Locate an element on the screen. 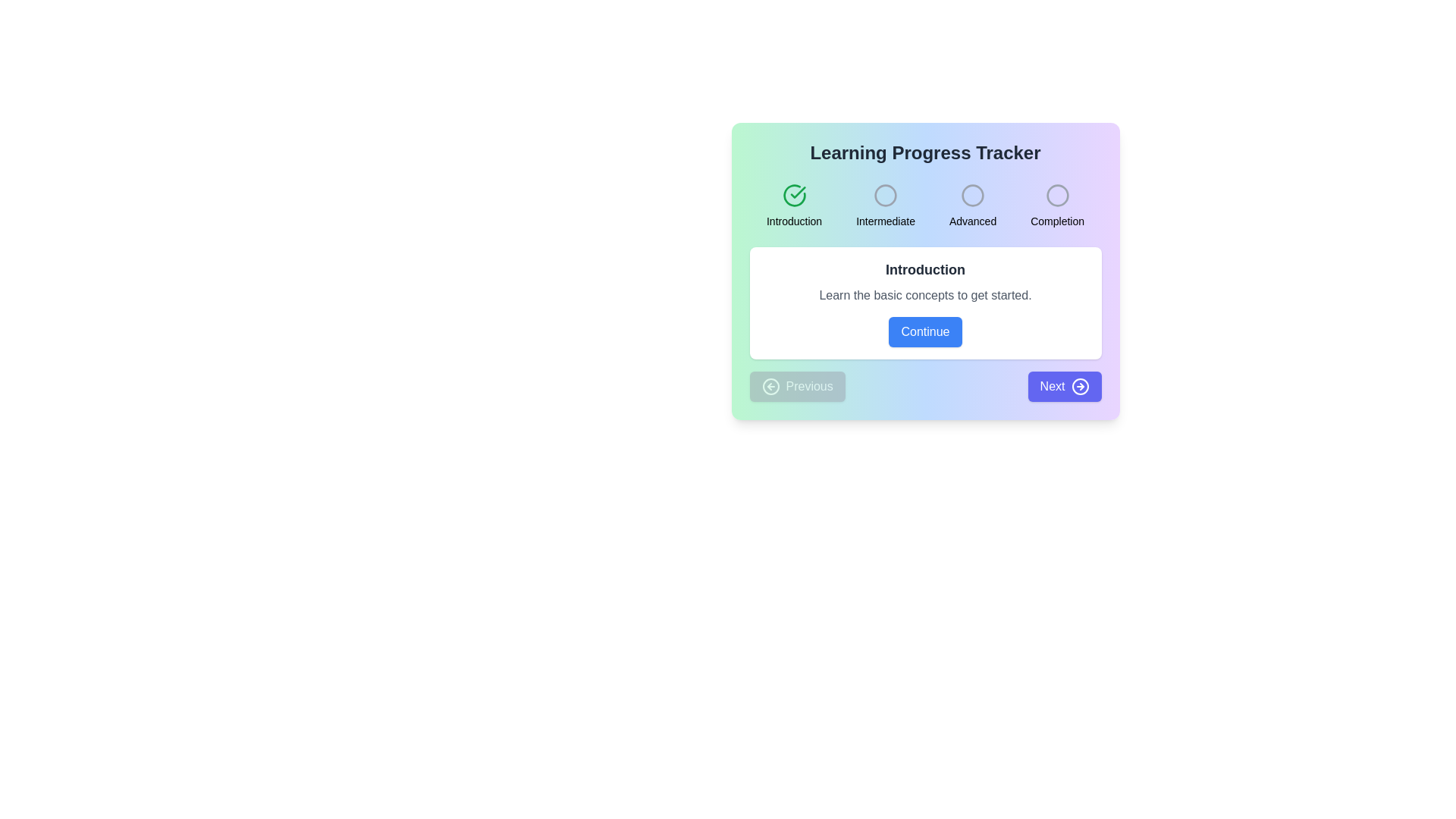 Image resolution: width=1456 pixels, height=819 pixels. the 'Next' button, which is a rectangular button with bold white text against an indigo background, located at the bottom-right corner of the 'Learning Progress Tracker' interface is located at coordinates (1064, 385).